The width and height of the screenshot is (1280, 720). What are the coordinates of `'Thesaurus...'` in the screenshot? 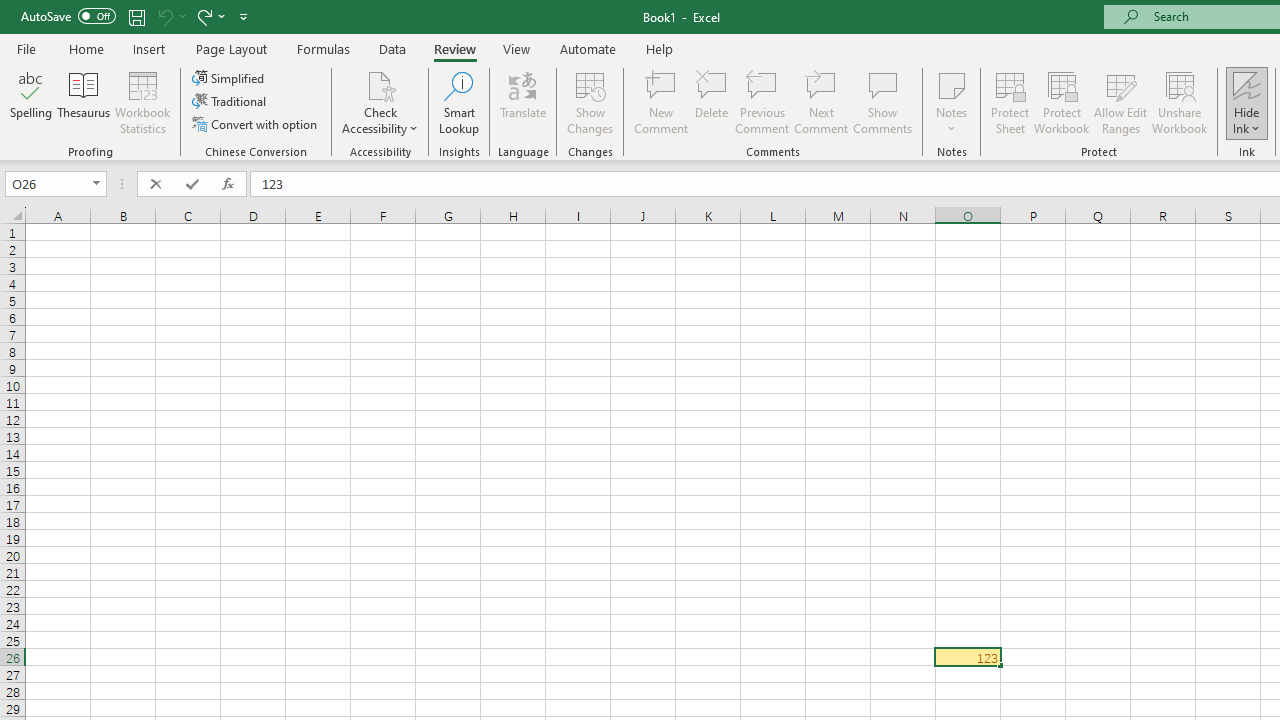 It's located at (82, 103).